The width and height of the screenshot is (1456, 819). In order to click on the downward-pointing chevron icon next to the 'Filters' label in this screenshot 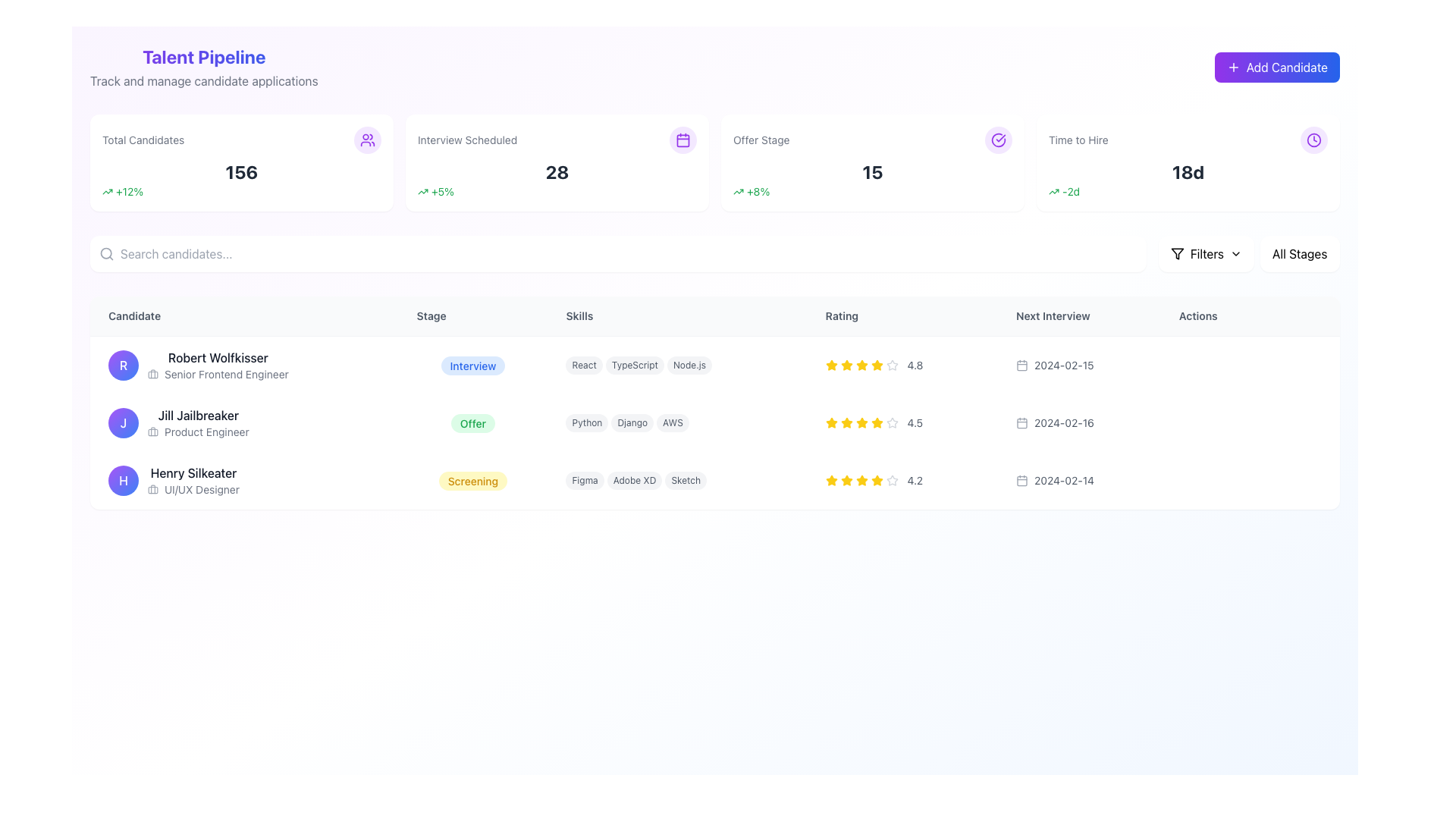, I will do `click(1236, 253)`.